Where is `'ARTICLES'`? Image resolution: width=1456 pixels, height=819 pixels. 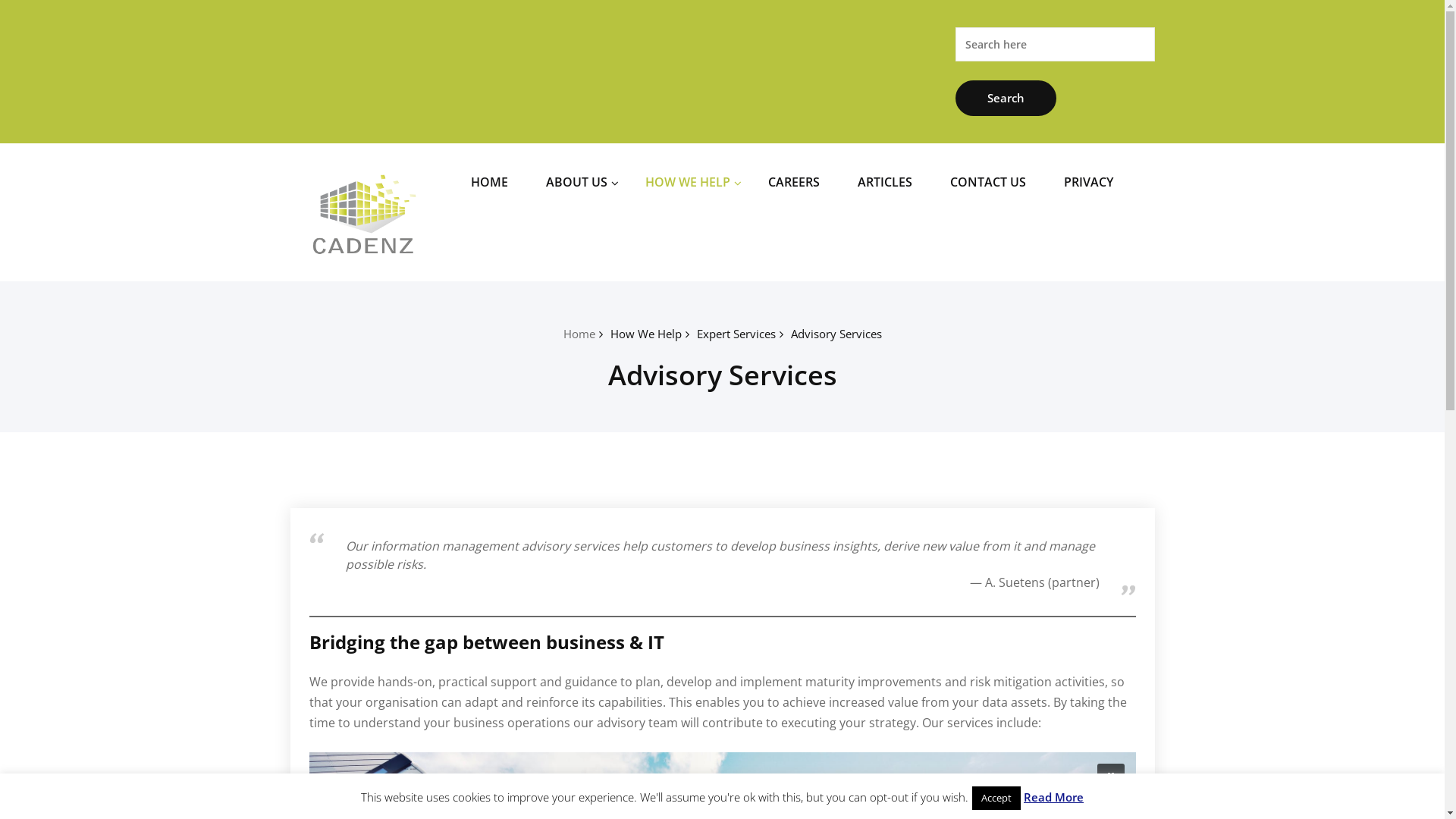
'ARTICLES' is located at coordinates (884, 180).